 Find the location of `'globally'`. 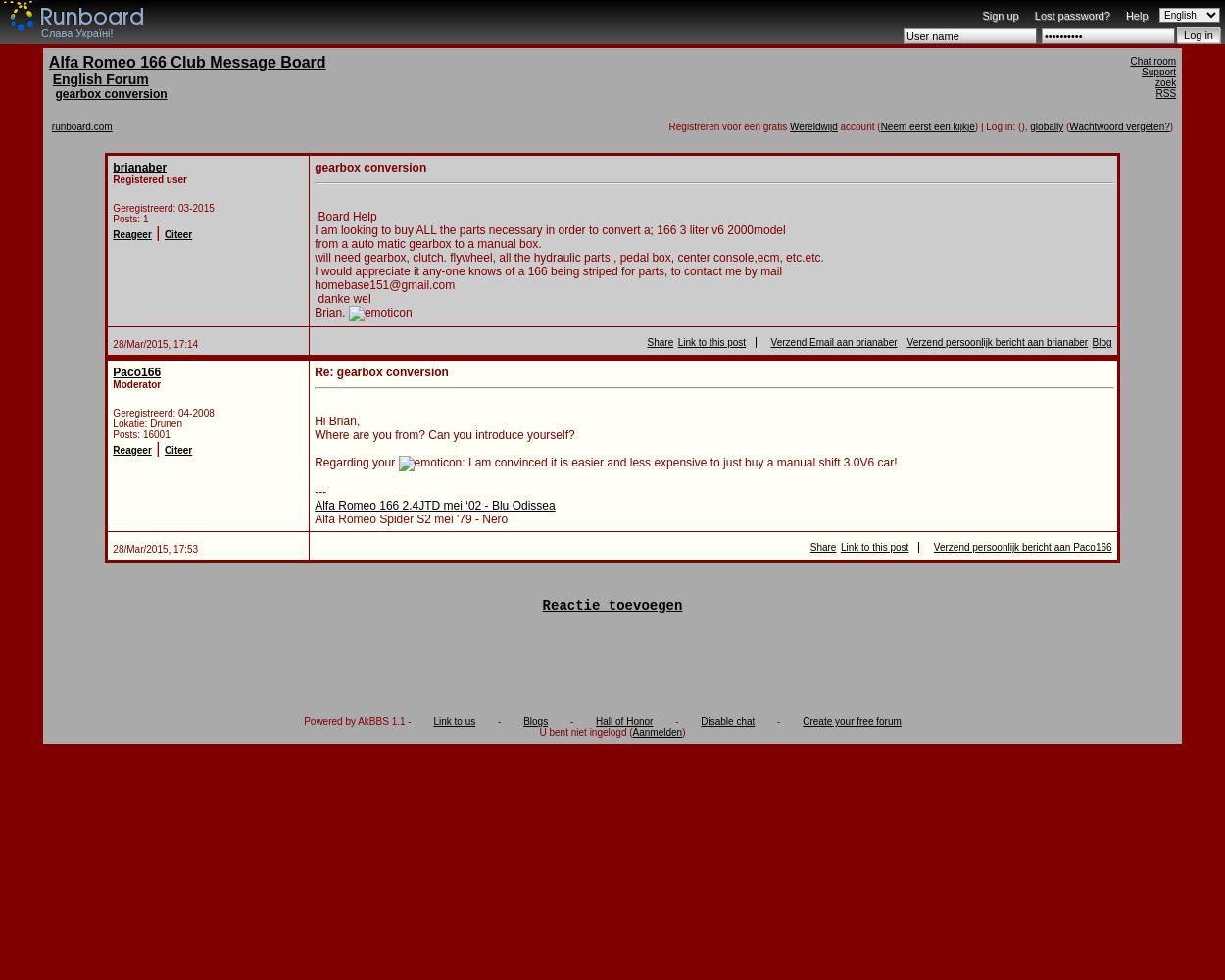

'globally' is located at coordinates (1046, 126).